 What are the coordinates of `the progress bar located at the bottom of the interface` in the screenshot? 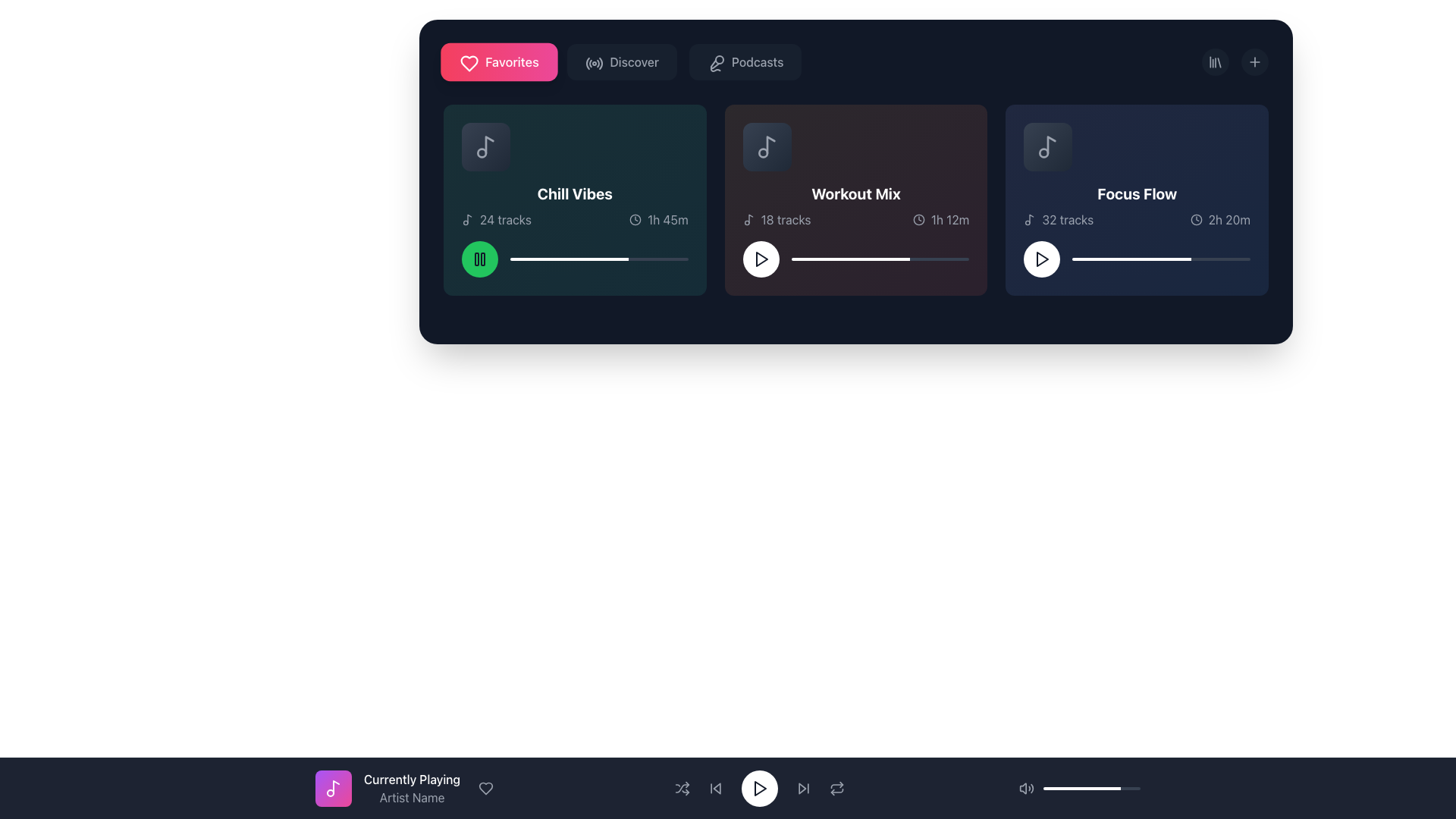 It's located at (1092, 788).